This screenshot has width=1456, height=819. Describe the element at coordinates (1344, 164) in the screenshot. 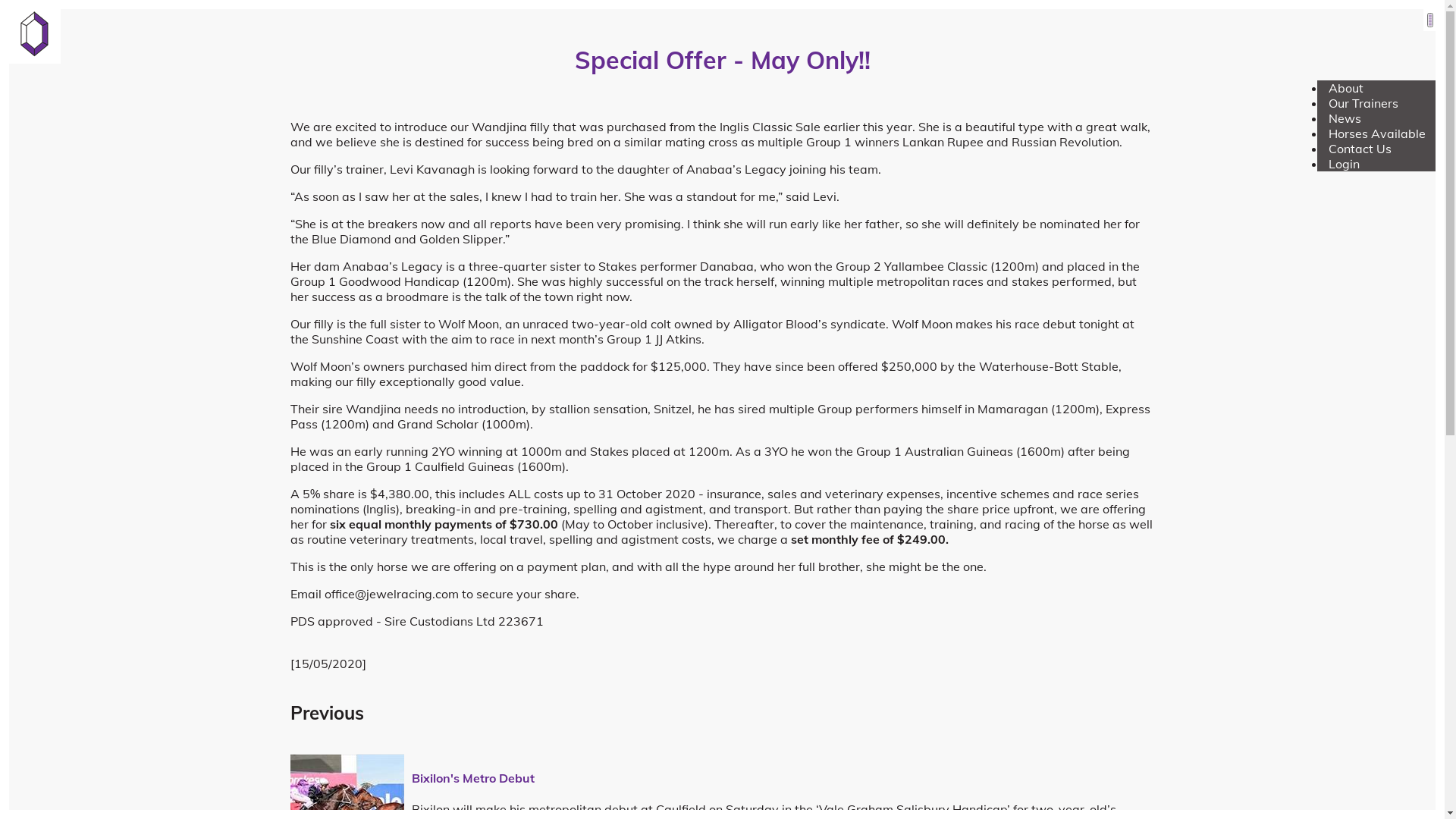

I see `'Login'` at that location.